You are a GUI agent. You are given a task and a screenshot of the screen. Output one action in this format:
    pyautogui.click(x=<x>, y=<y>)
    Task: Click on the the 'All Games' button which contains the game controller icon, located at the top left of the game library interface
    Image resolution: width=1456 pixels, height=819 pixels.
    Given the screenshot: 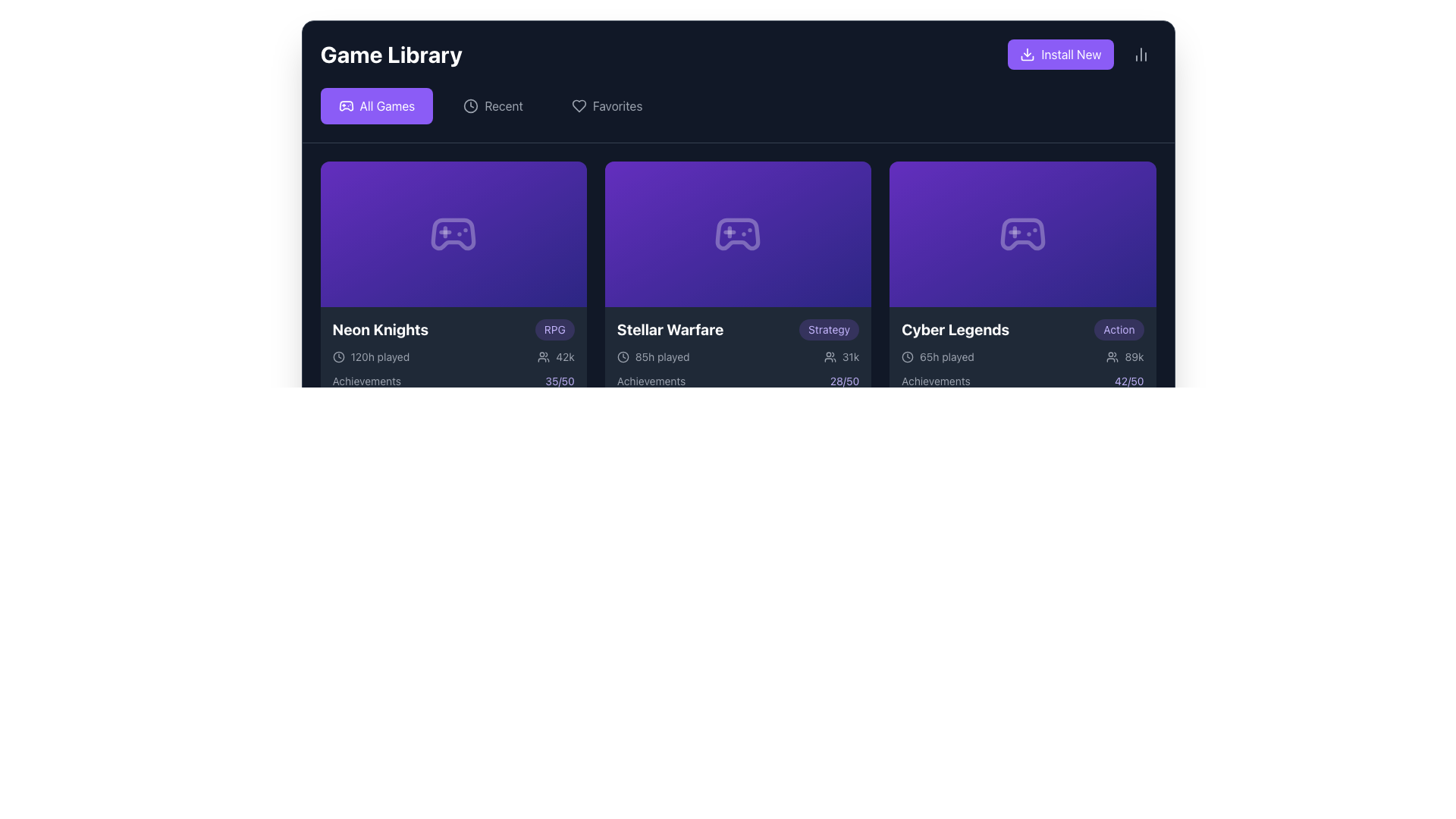 What is the action you would take?
    pyautogui.click(x=345, y=105)
    